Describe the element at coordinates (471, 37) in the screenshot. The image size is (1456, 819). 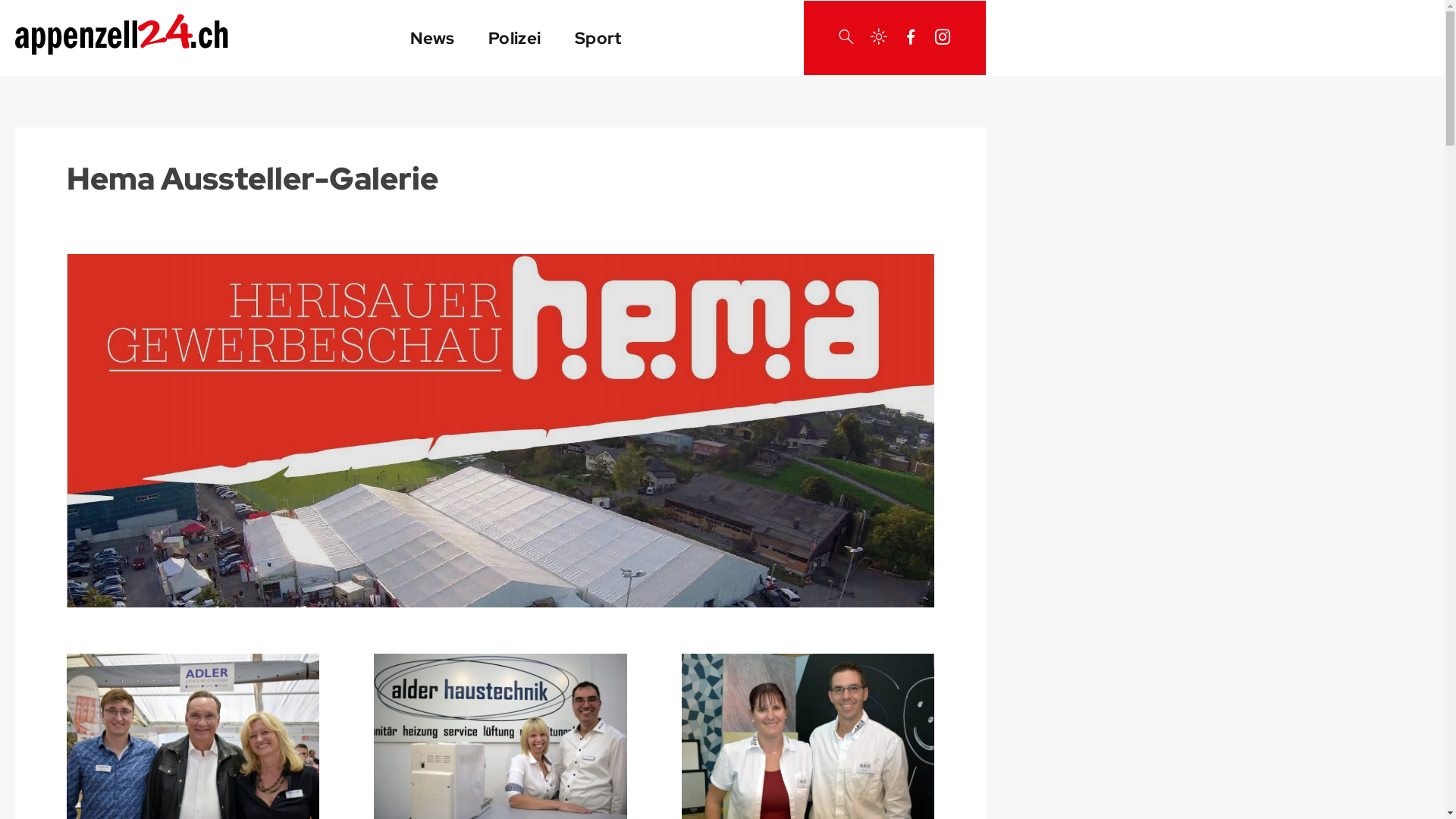
I see `'Polizei'` at that location.